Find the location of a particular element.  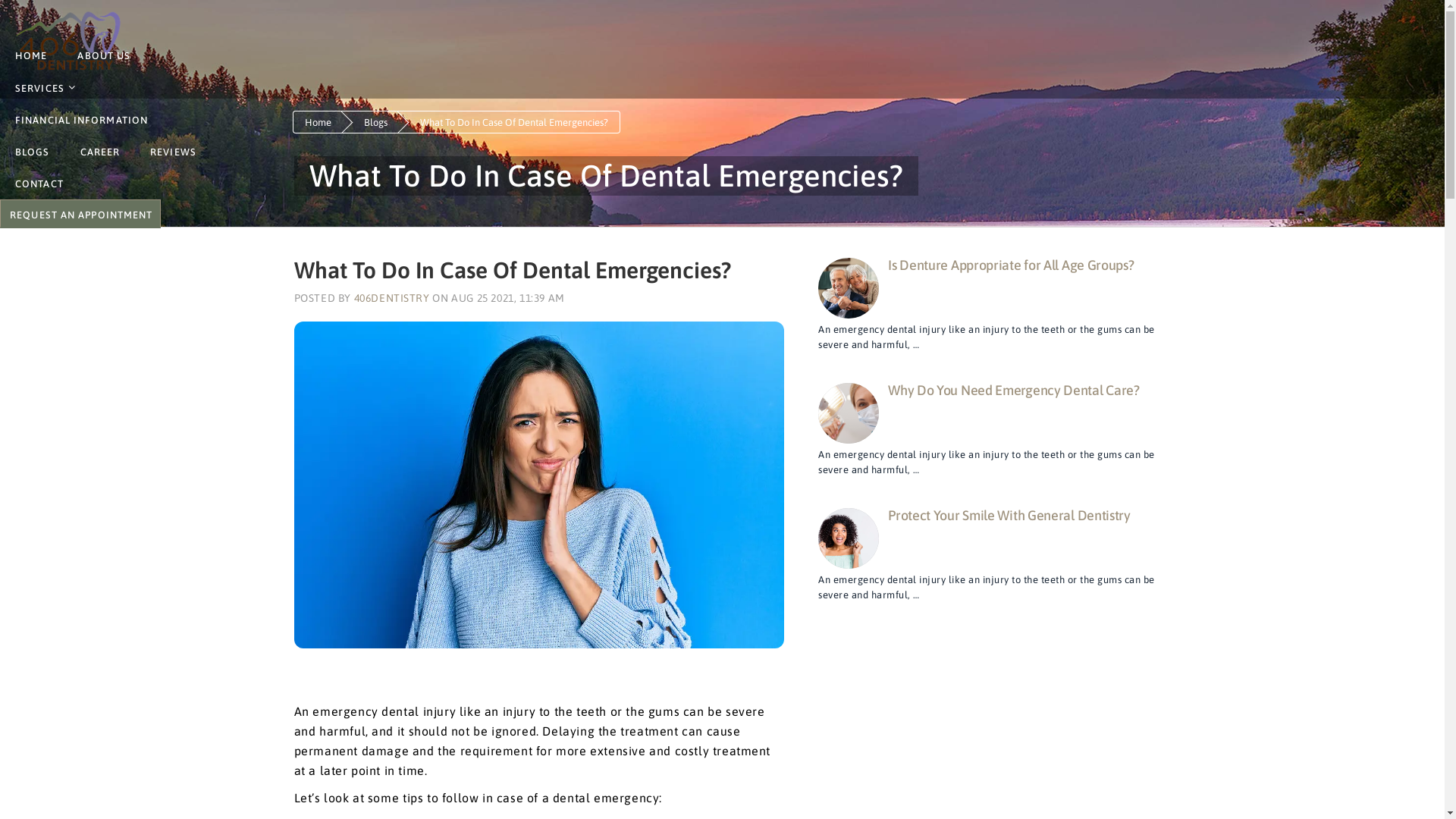

'BOOK ONLINE' is located at coordinates (79, 213).